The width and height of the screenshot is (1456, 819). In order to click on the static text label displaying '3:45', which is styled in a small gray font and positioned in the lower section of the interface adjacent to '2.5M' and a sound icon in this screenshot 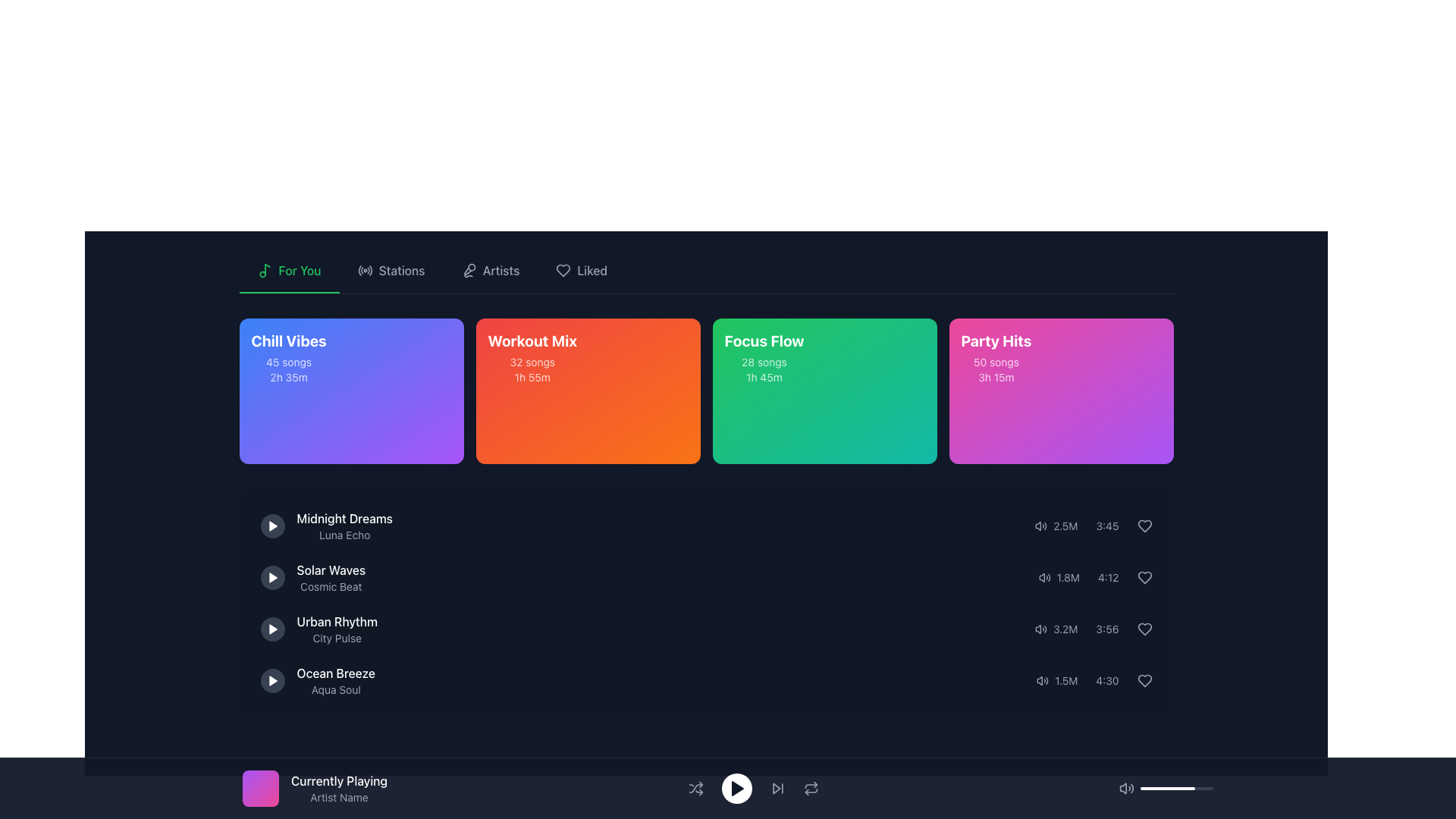, I will do `click(1107, 526)`.